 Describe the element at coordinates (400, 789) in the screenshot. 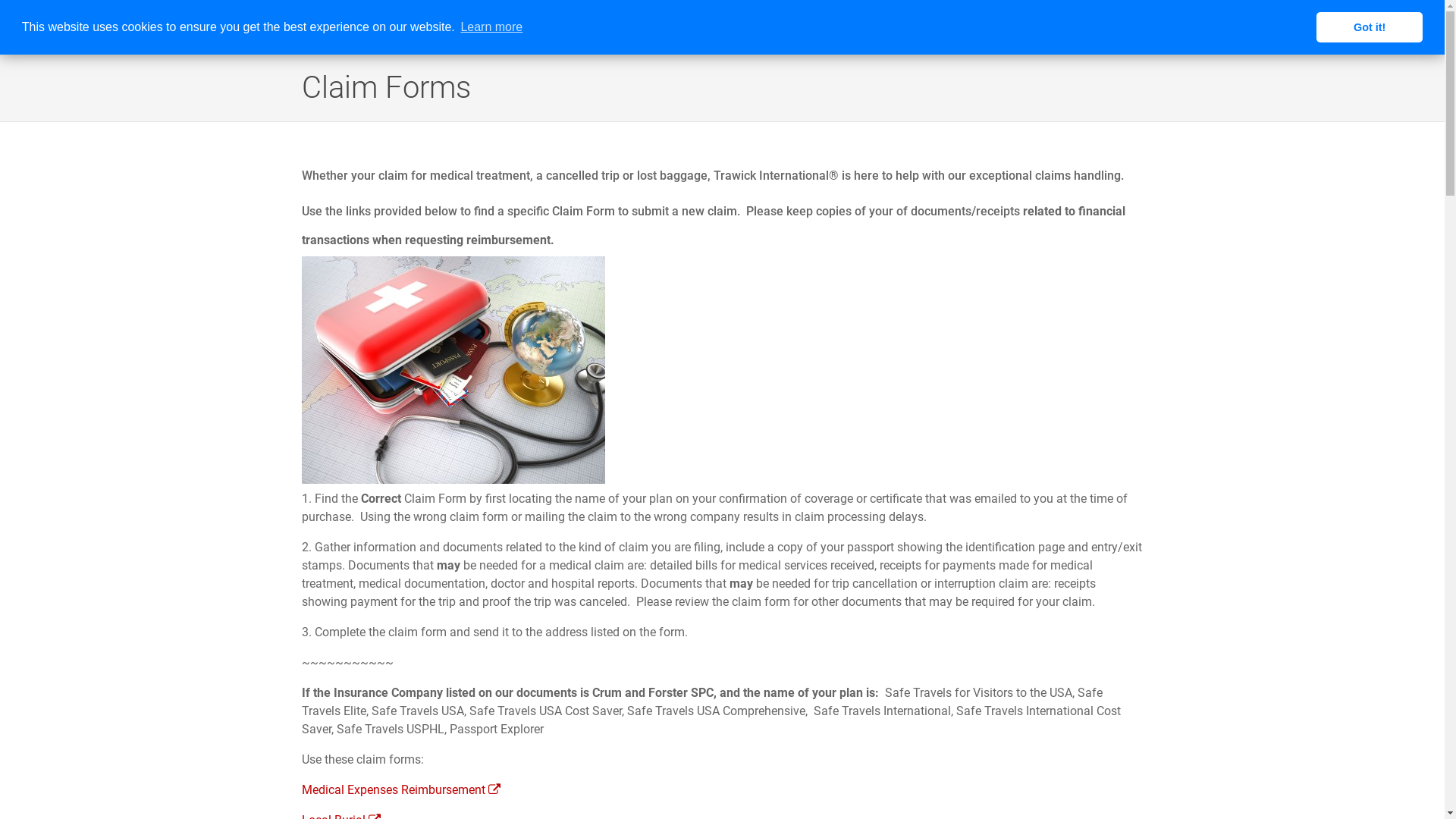

I see `'Medical Expenses Reimbursement '` at that location.